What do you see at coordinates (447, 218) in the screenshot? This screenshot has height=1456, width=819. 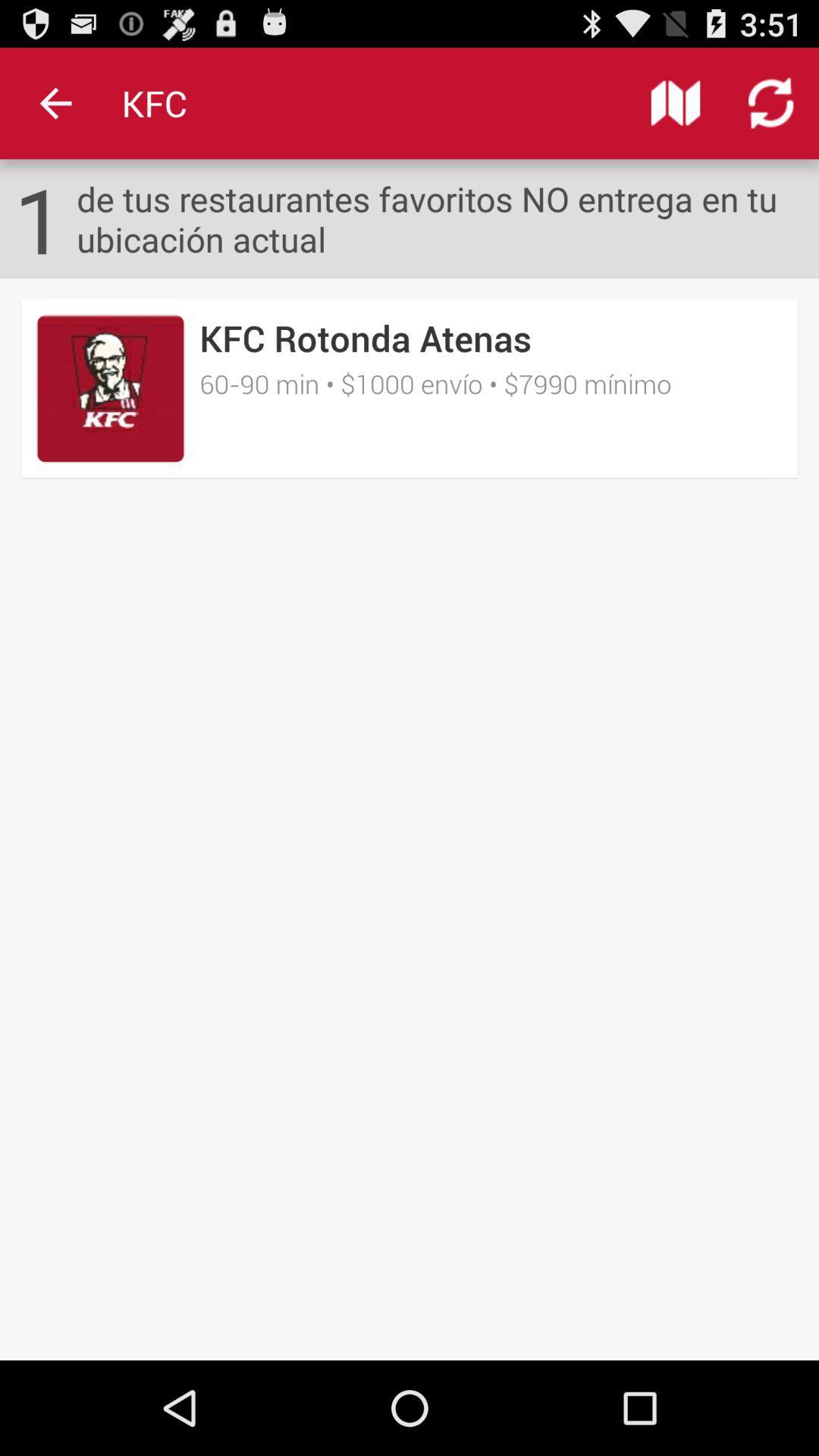 I see `the de tus restaurantes item` at bounding box center [447, 218].